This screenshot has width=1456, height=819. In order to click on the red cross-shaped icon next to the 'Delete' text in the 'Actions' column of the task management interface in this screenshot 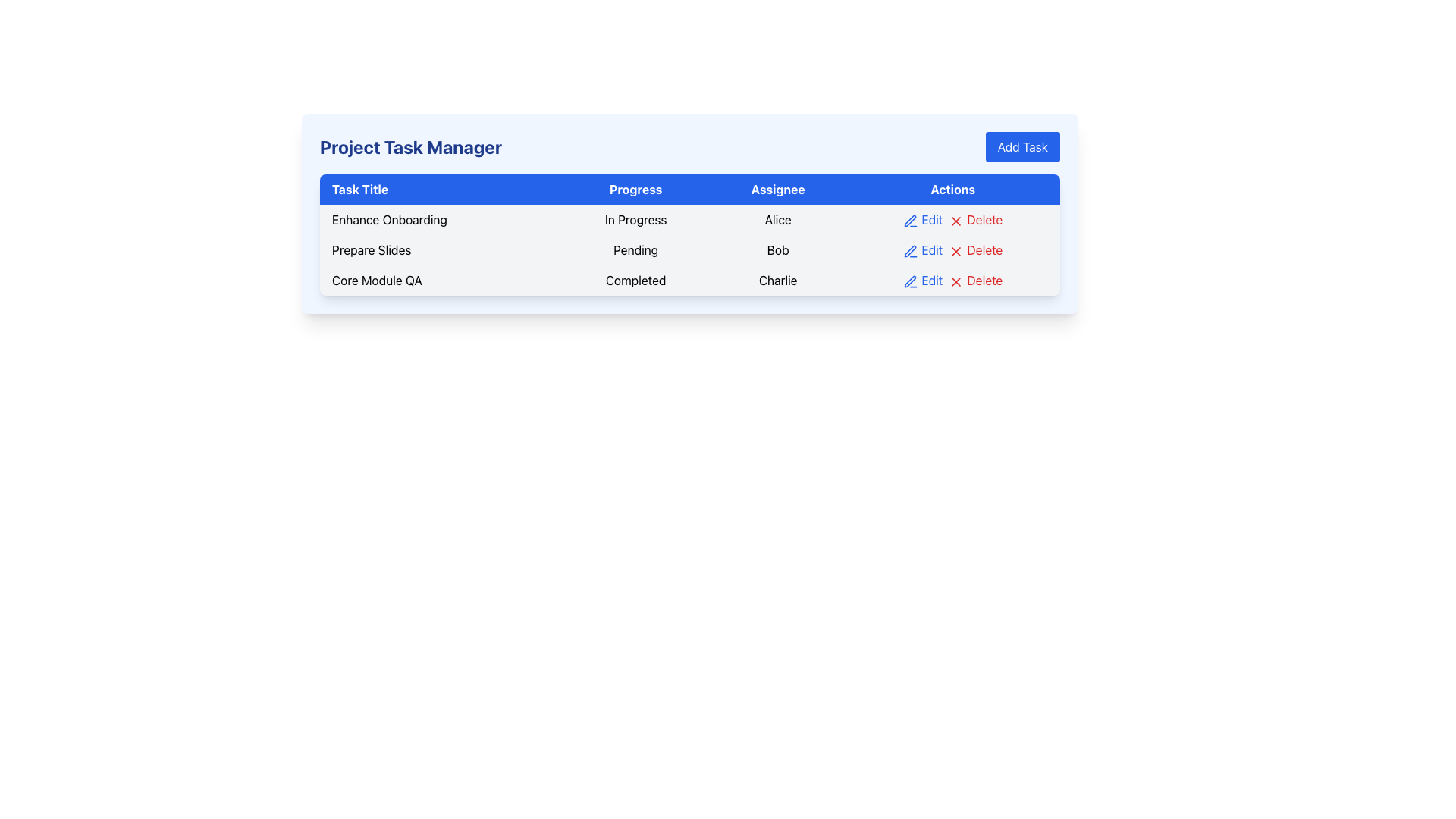, I will do `click(955, 221)`.